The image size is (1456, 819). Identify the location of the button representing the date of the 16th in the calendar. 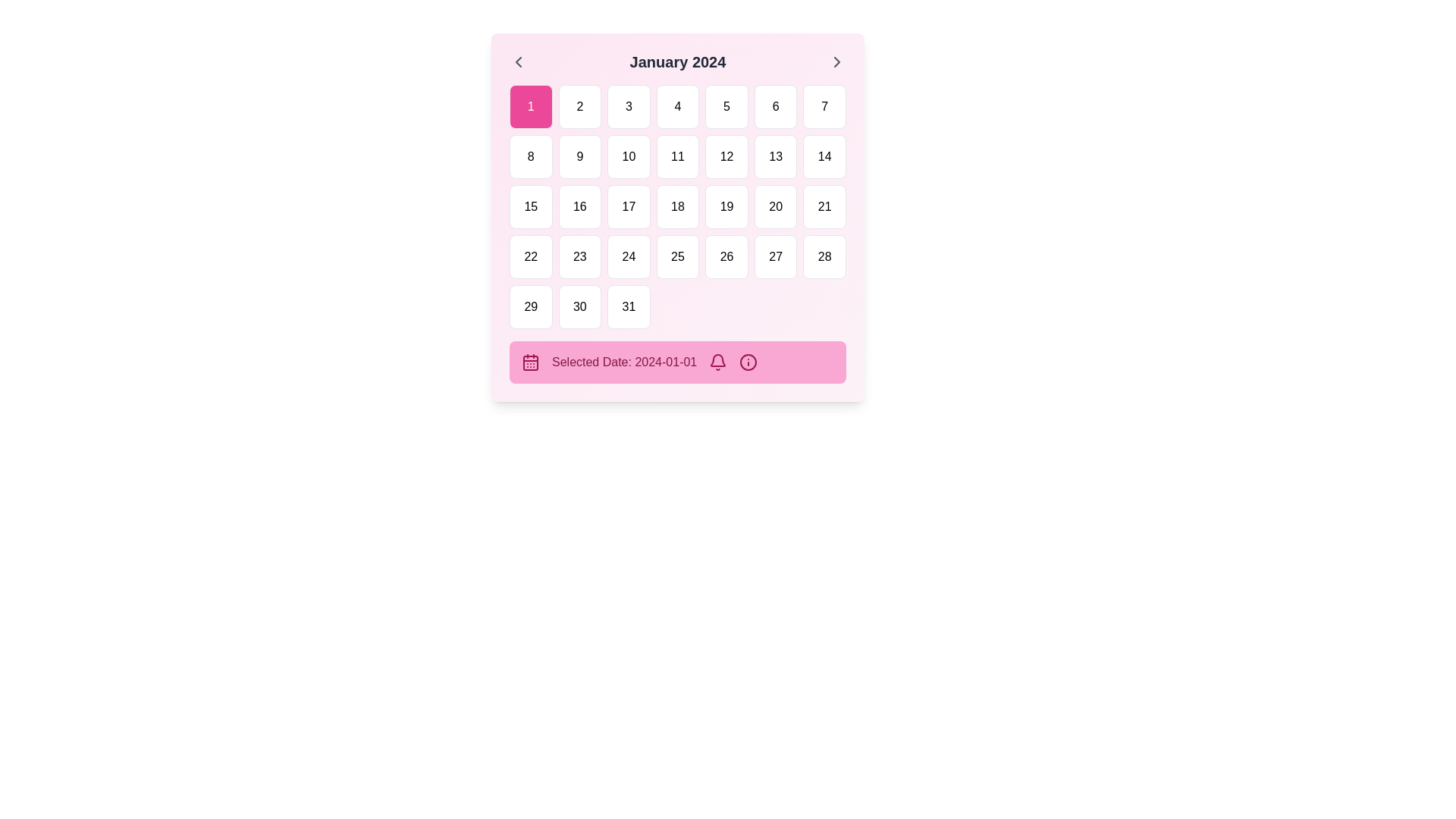
(579, 207).